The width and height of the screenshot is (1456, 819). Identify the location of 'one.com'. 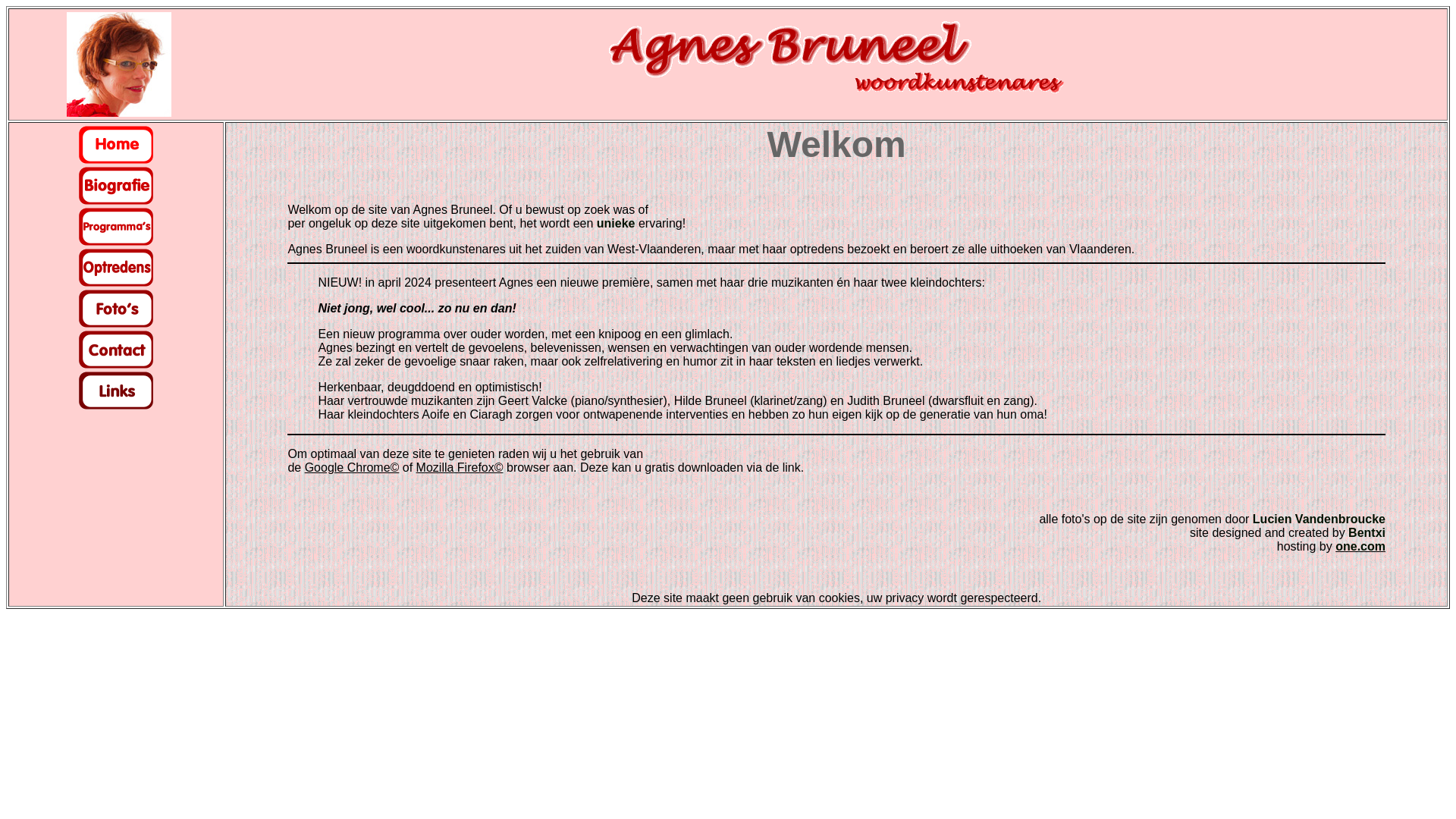
(1360, 546).